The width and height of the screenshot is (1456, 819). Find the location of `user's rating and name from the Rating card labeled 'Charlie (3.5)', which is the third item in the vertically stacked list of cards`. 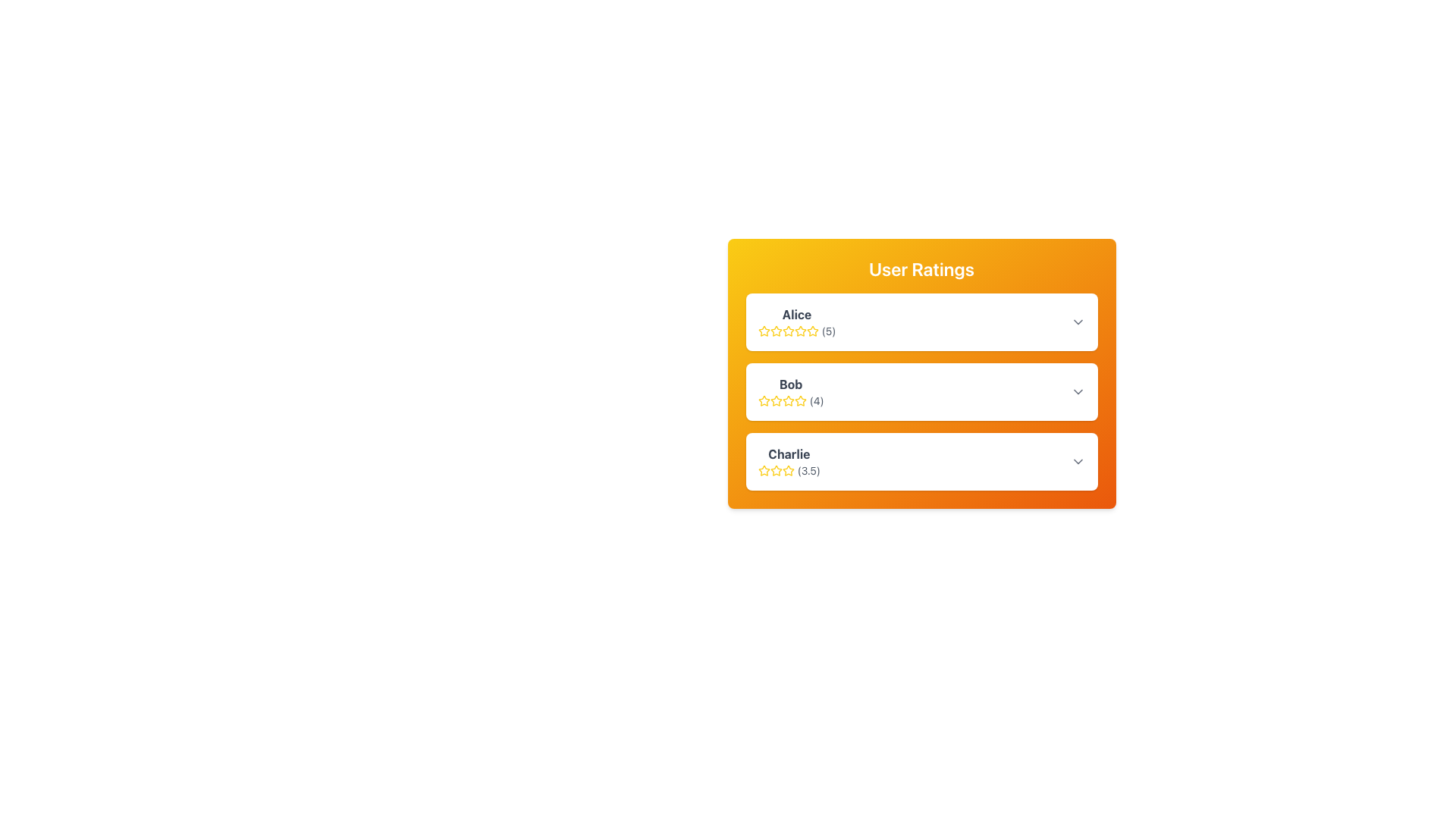

user's rating and name from the Rating card labeled 'Charlie (3.5)', which is the third item in the vertically stacked list of cards is located at coordinates (921, 461).